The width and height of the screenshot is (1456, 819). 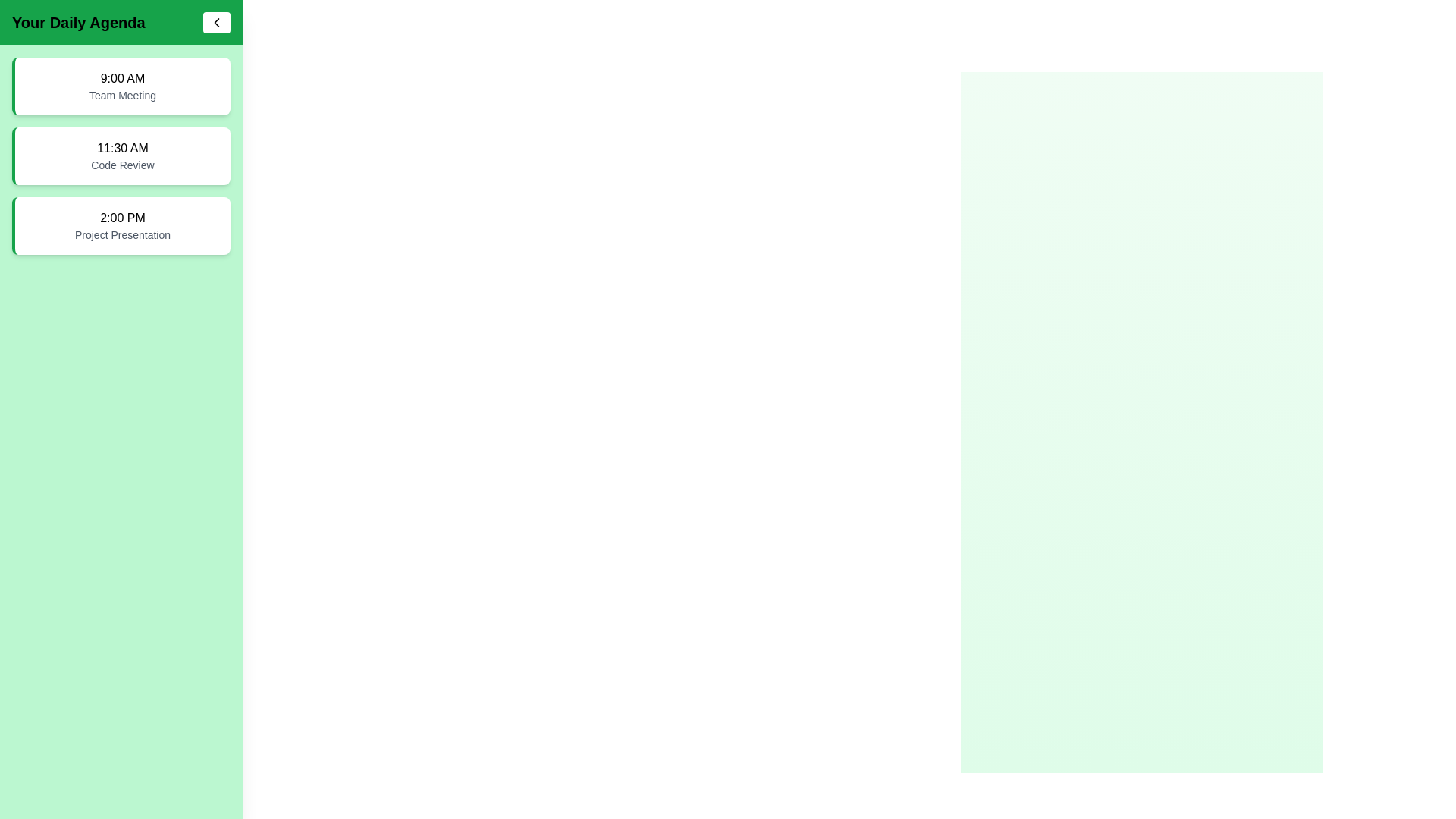 I want to click on the static text label reading 'Project Presentation' located beneath the time '2:00 PM' within a white card with a green accent line, so click(x=123, y=234).